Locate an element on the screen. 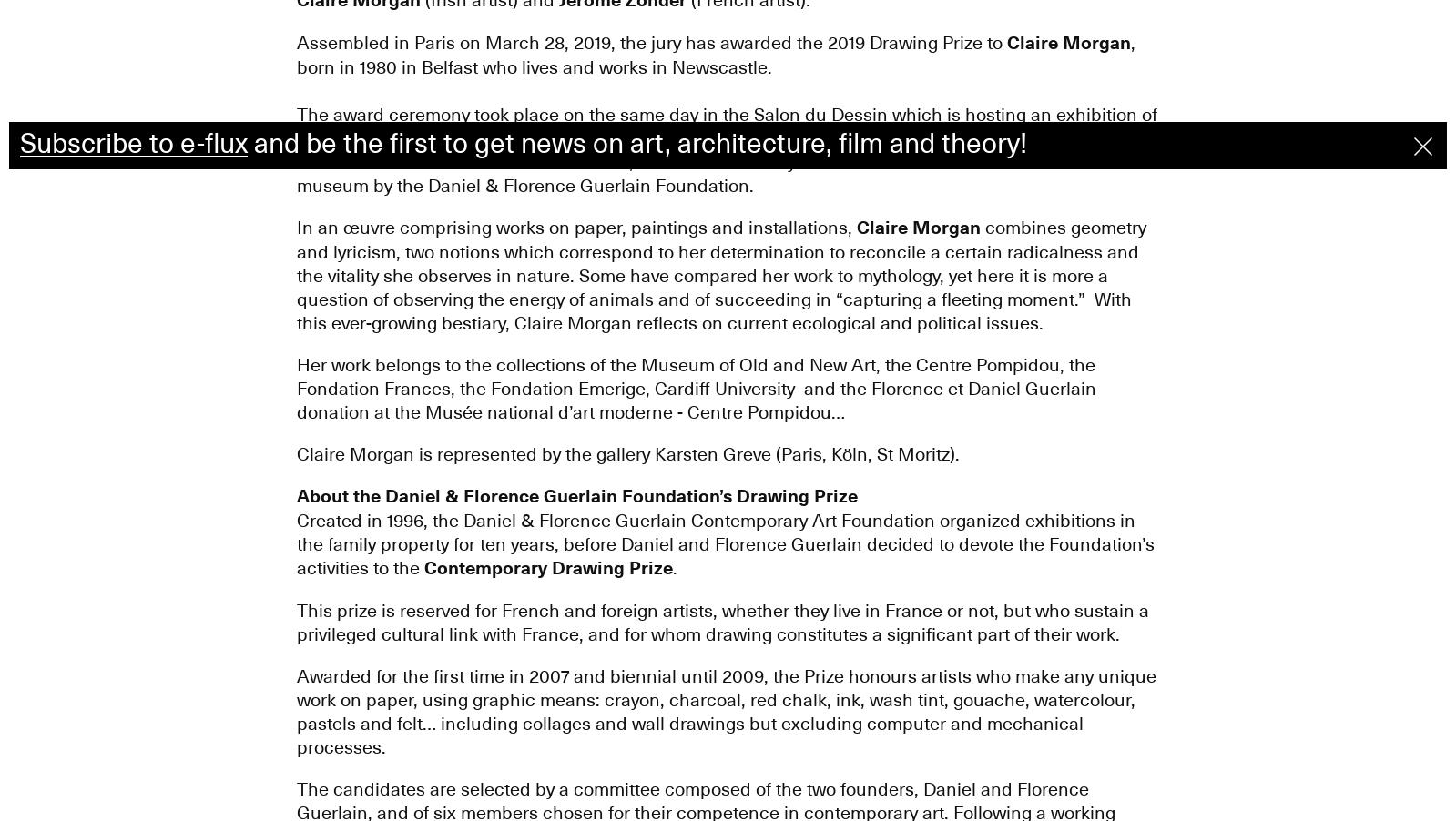  'combines geometry and lyricism, two notions which correspond to her determination to reconcile a certain radicalness and the vitality she observes in nature. Some have compared her work to mythology, yet here it is more a question of observing the energy of animals and of succeeding in “capturing a fleeting moment.”  With this ever-growing bestiary, Claire Morgan reflects on current ecological and political issues.' is located at coordinates (719, 273).